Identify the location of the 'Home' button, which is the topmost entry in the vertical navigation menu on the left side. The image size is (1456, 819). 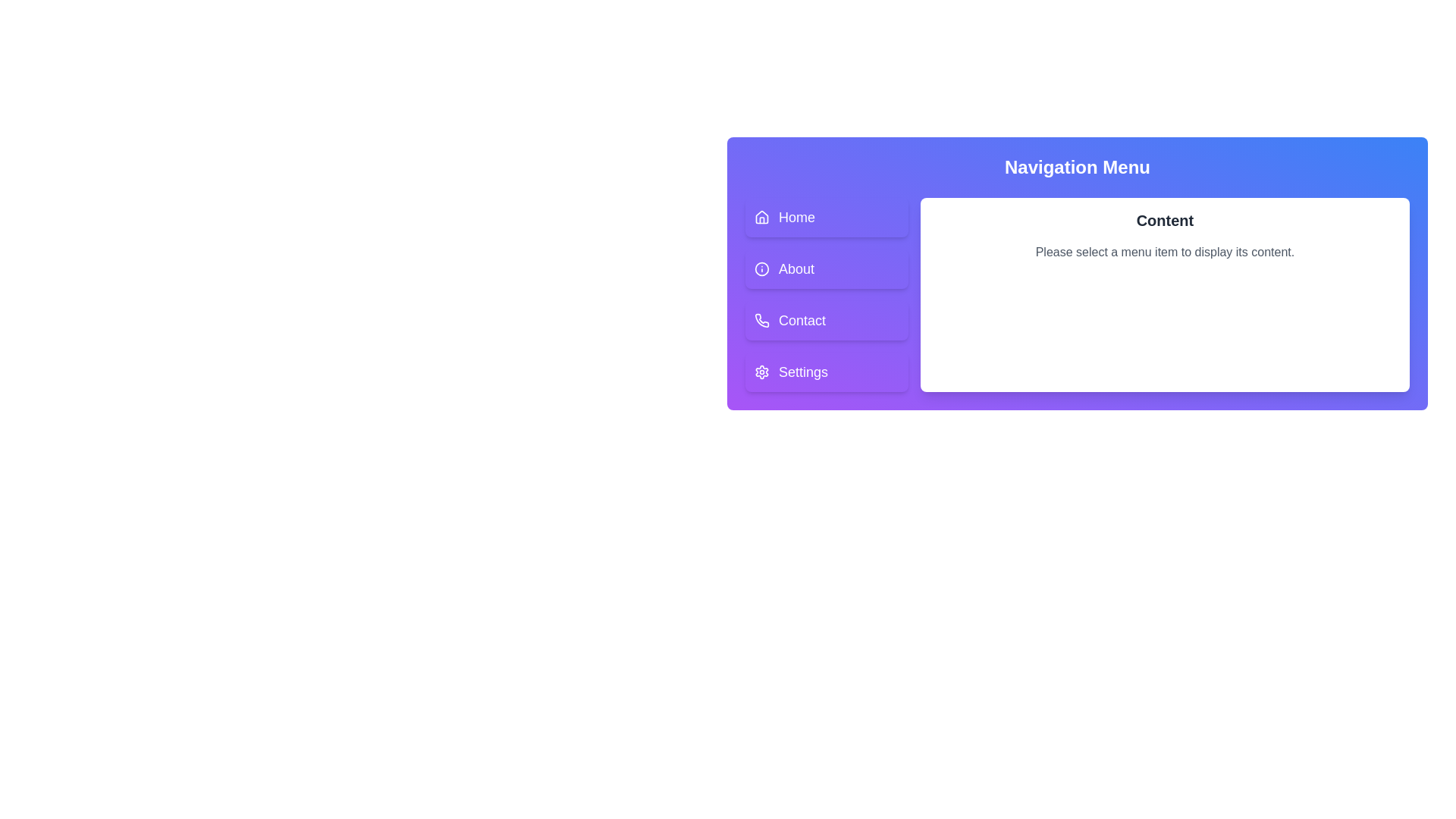
(826, 217).